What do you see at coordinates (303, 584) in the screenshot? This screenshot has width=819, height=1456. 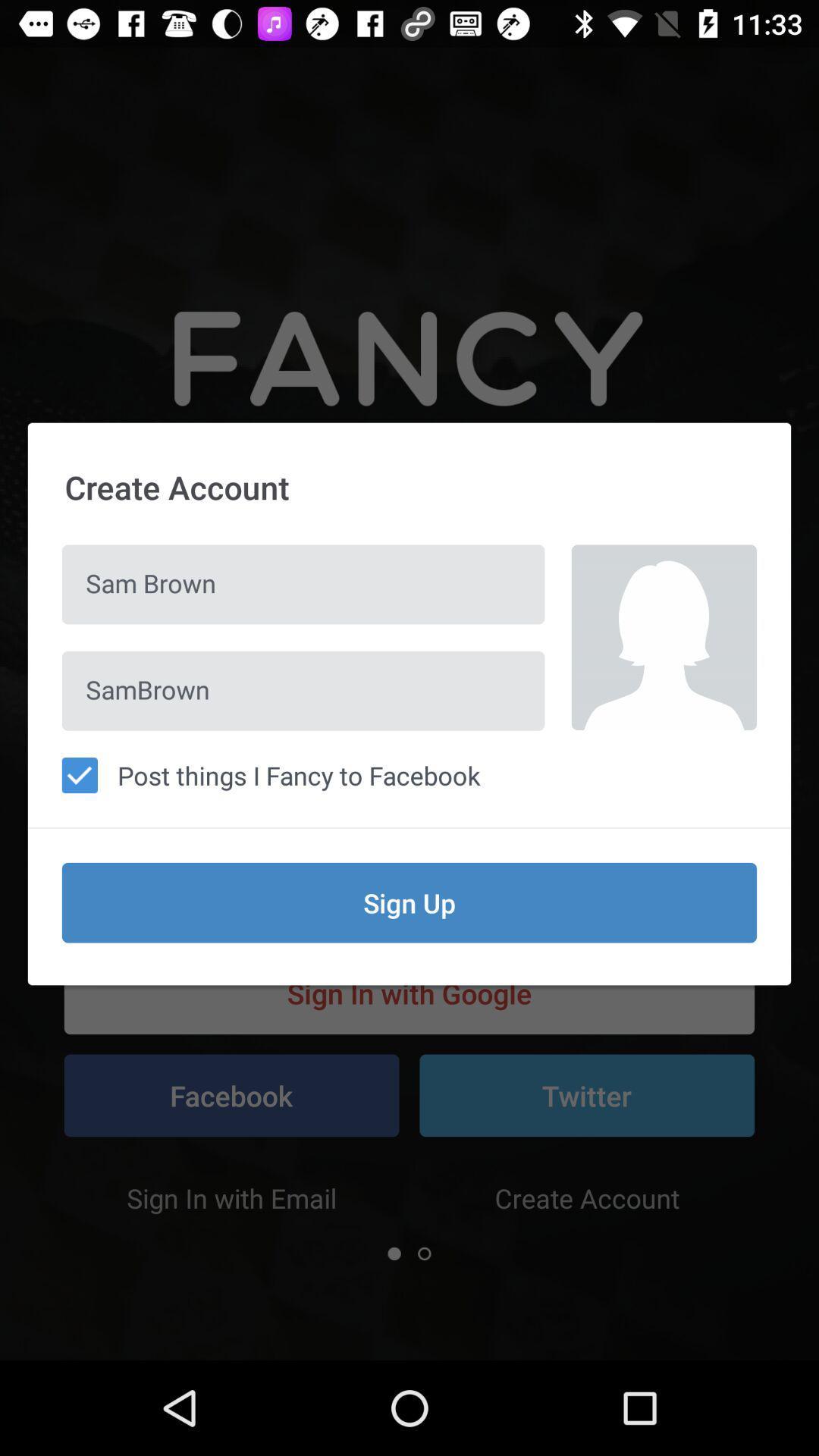 I see `the item above the sambrown` at bounding box center [303, 584].